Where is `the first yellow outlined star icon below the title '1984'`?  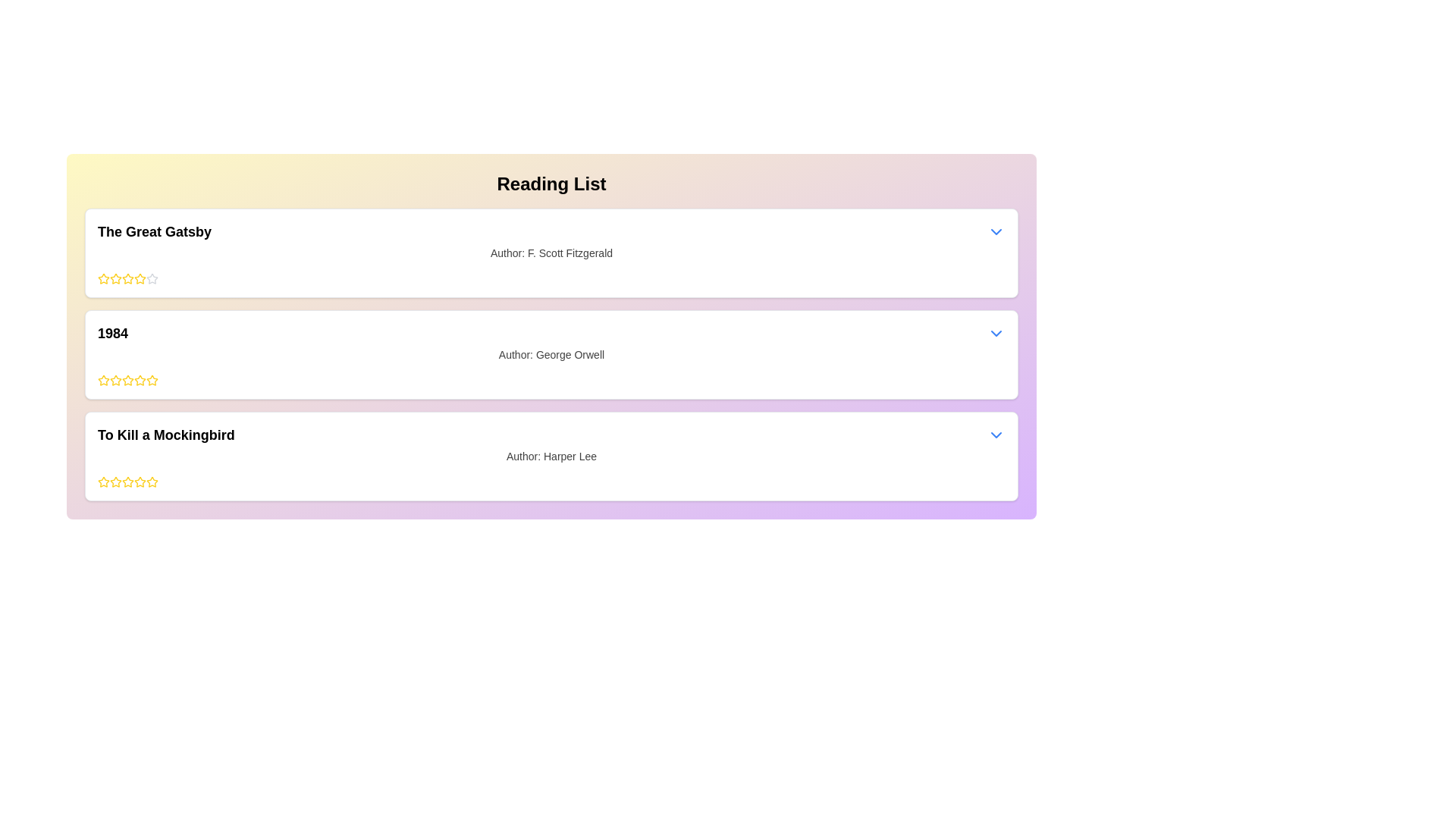 the first yellow outlined star icon below the title '1984' is located at coordinates (103, 379).